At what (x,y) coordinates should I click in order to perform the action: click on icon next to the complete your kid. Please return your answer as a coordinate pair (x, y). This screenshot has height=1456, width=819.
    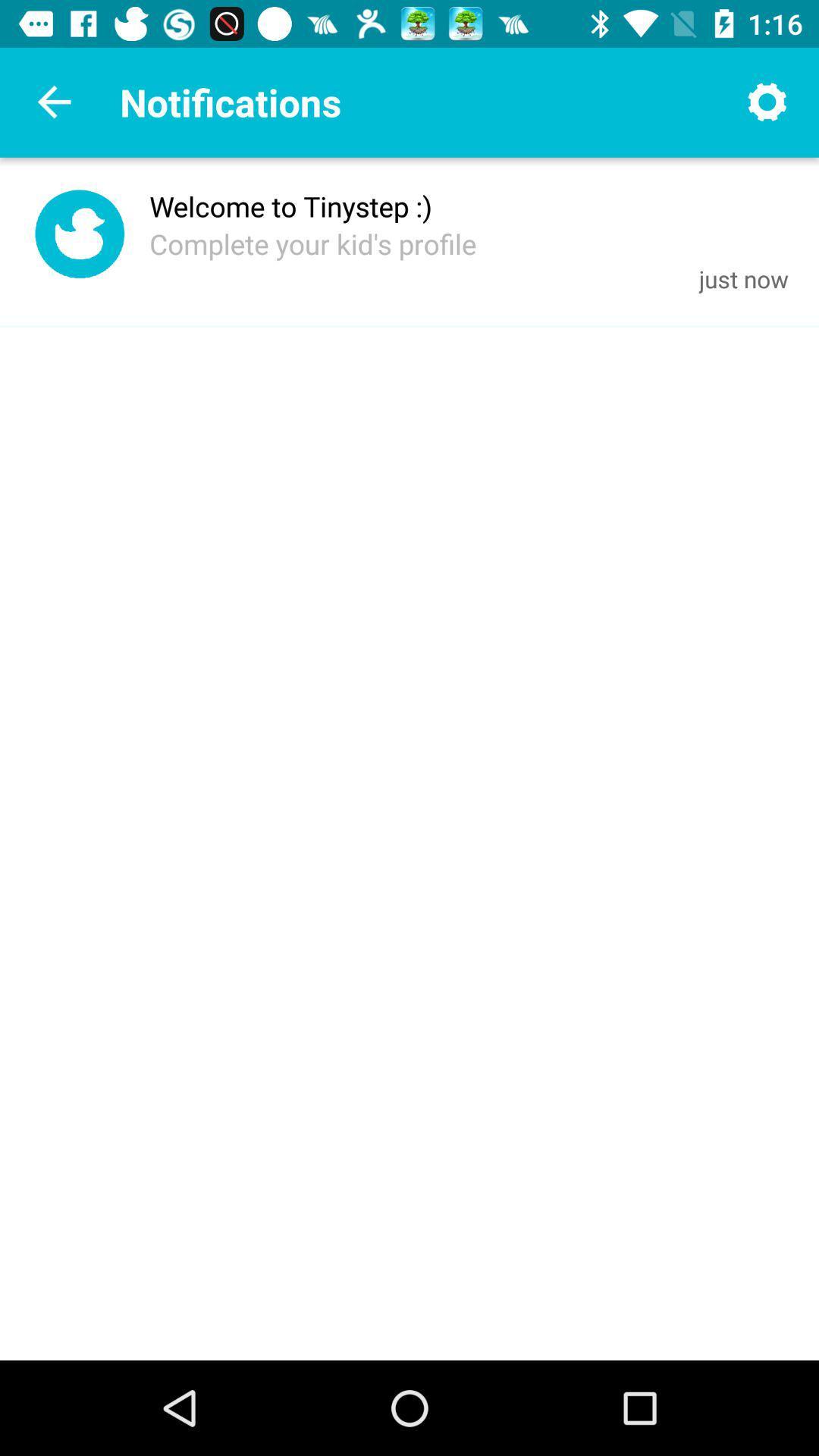
    Looking at the image, I should click on (742, 278).